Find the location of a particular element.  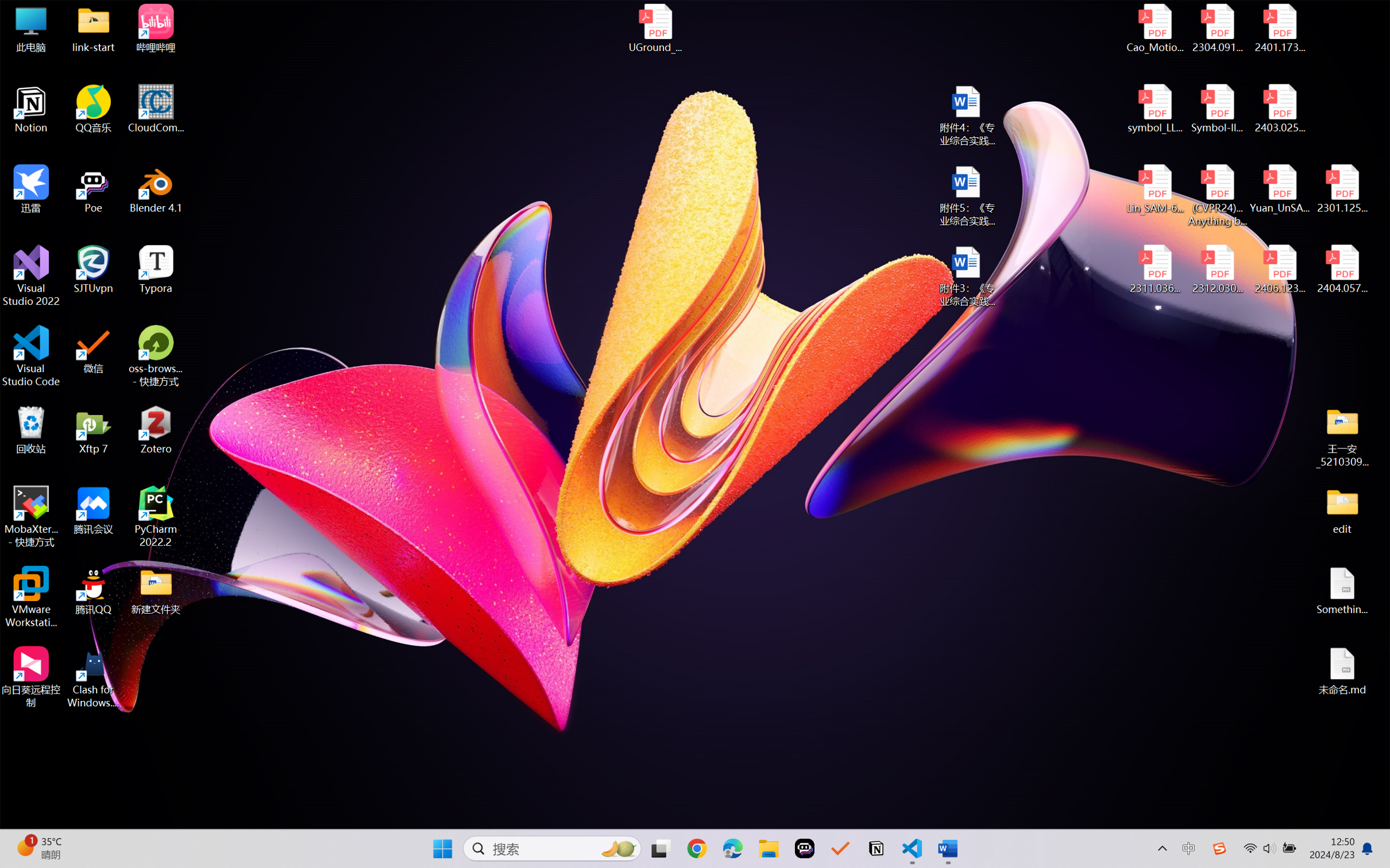

'Symbol-llm-v2.pdf' is located at coordinates (1217, 109).